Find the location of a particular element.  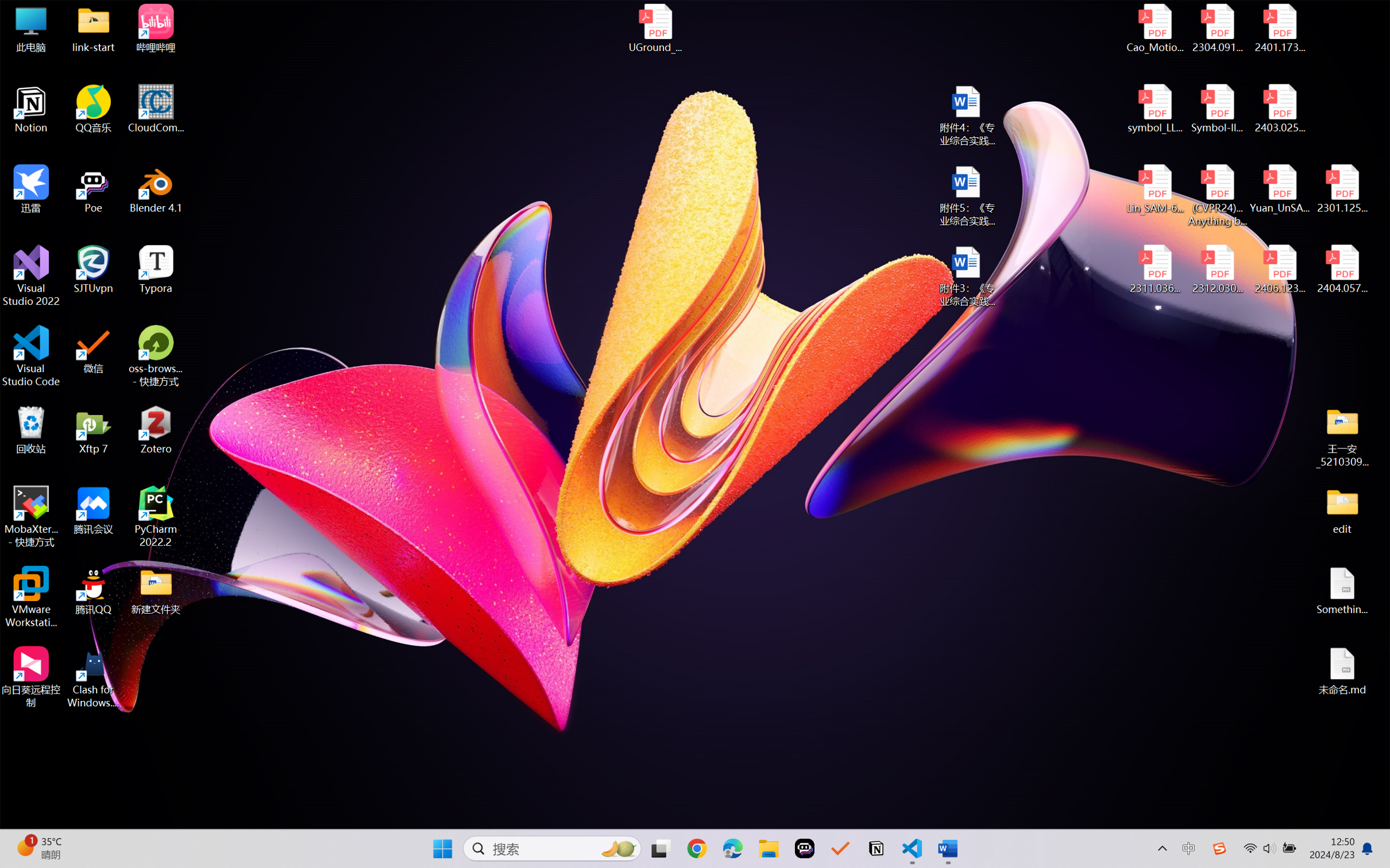

'Symbol-llm-v2.pdf' is located at coordinates (1217, 109).